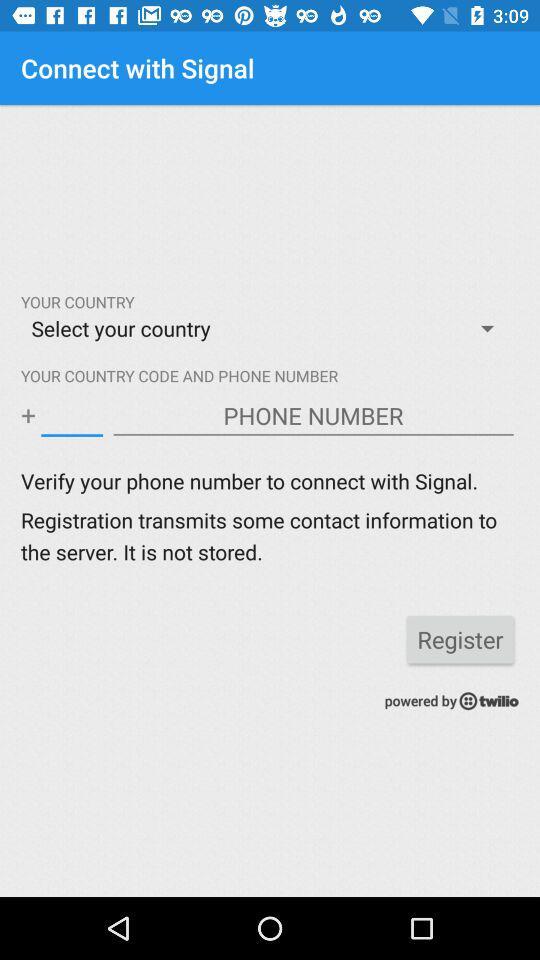 The height and width of the screenshot is (960, 540). I want to click on focus field to enter phone number, so click(313, 415).